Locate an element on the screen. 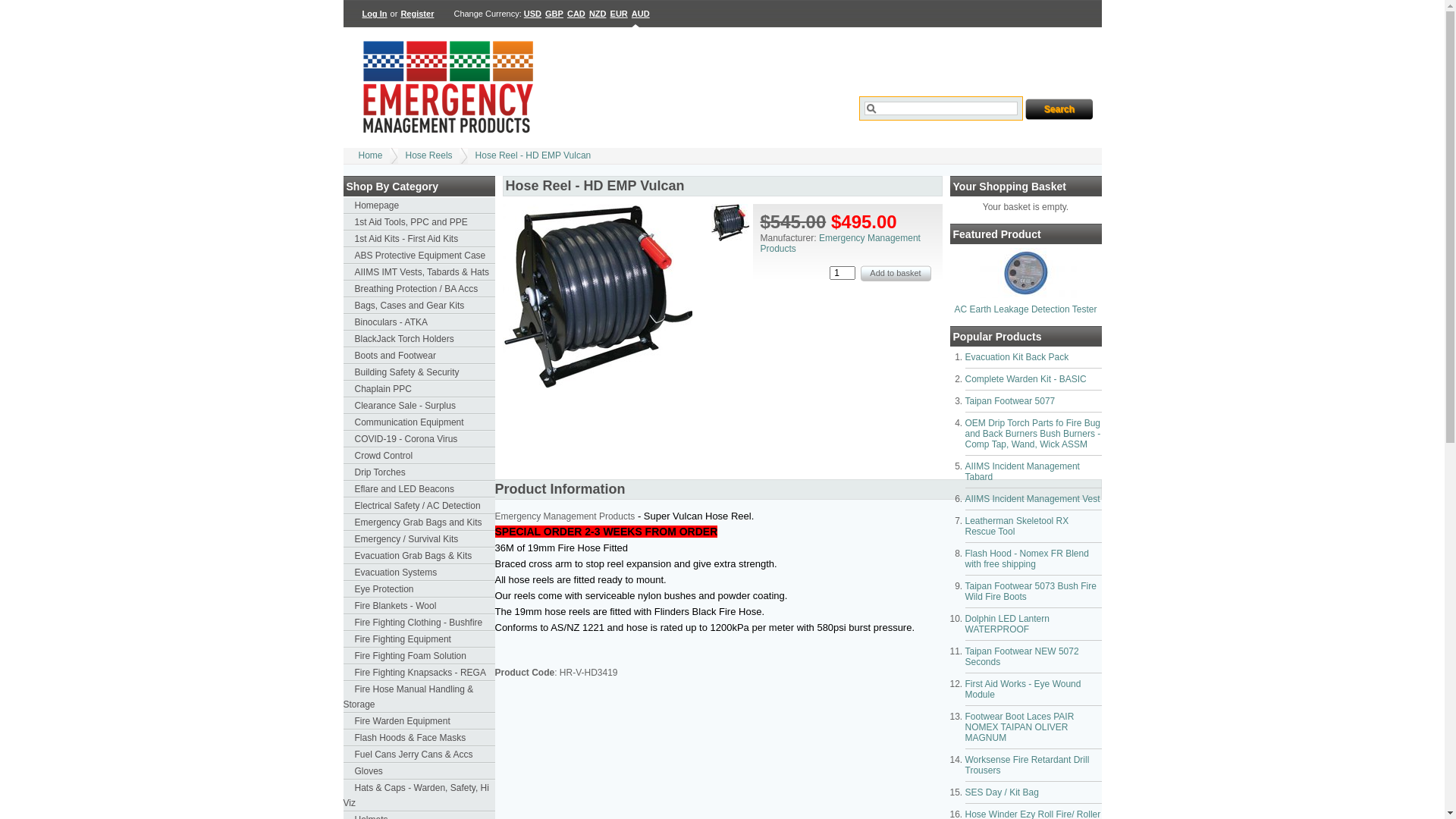 The image size is (1456, 819). '1st Aid Tools, PPC and PPE' is located at coordinates (419, 222).